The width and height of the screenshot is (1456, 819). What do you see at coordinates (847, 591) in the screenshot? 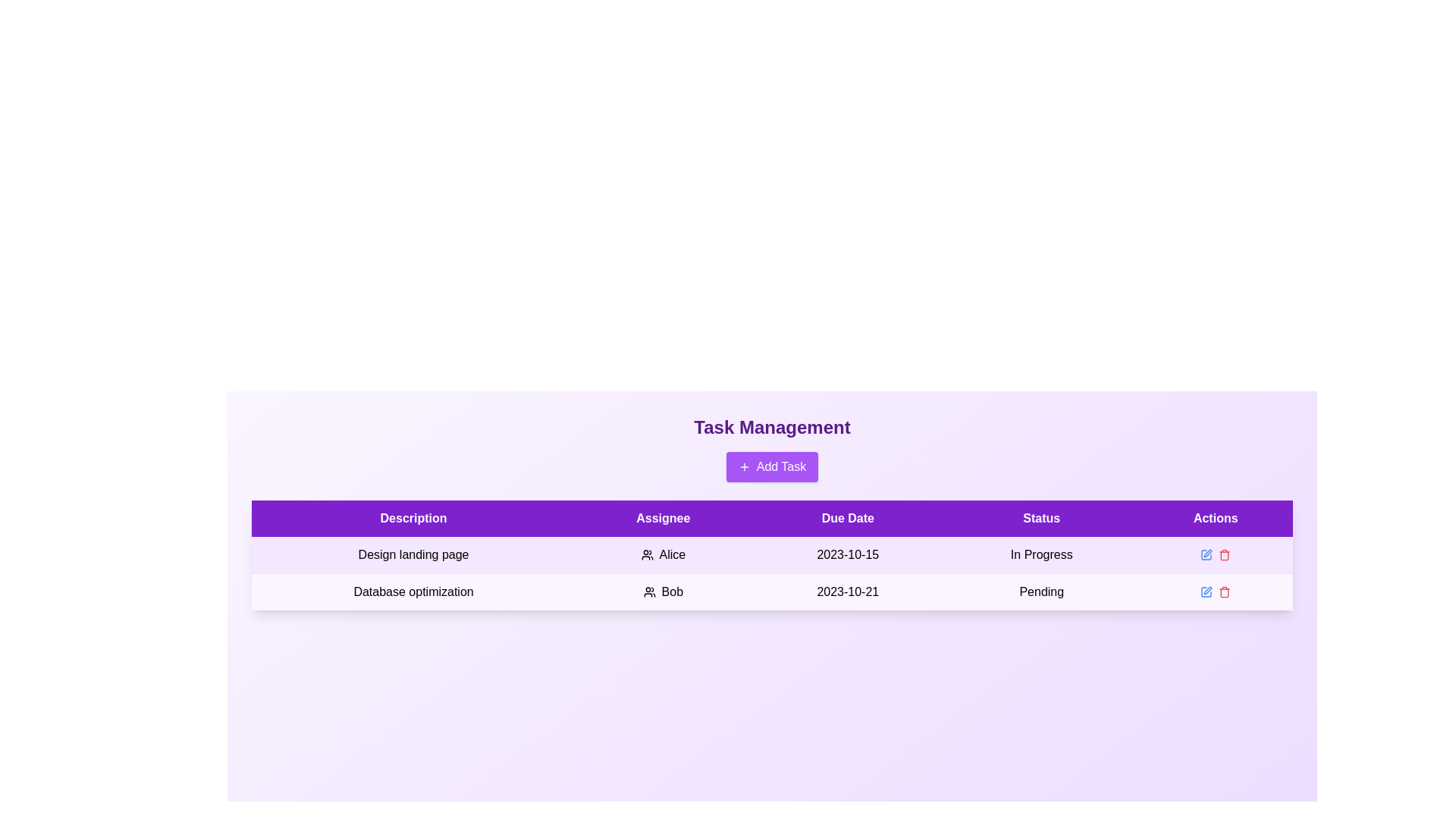
I see `the text label displaying '2023-10-21' in the third column of the second row under 'Due Date' in the table` at bounding box center [847, 591].